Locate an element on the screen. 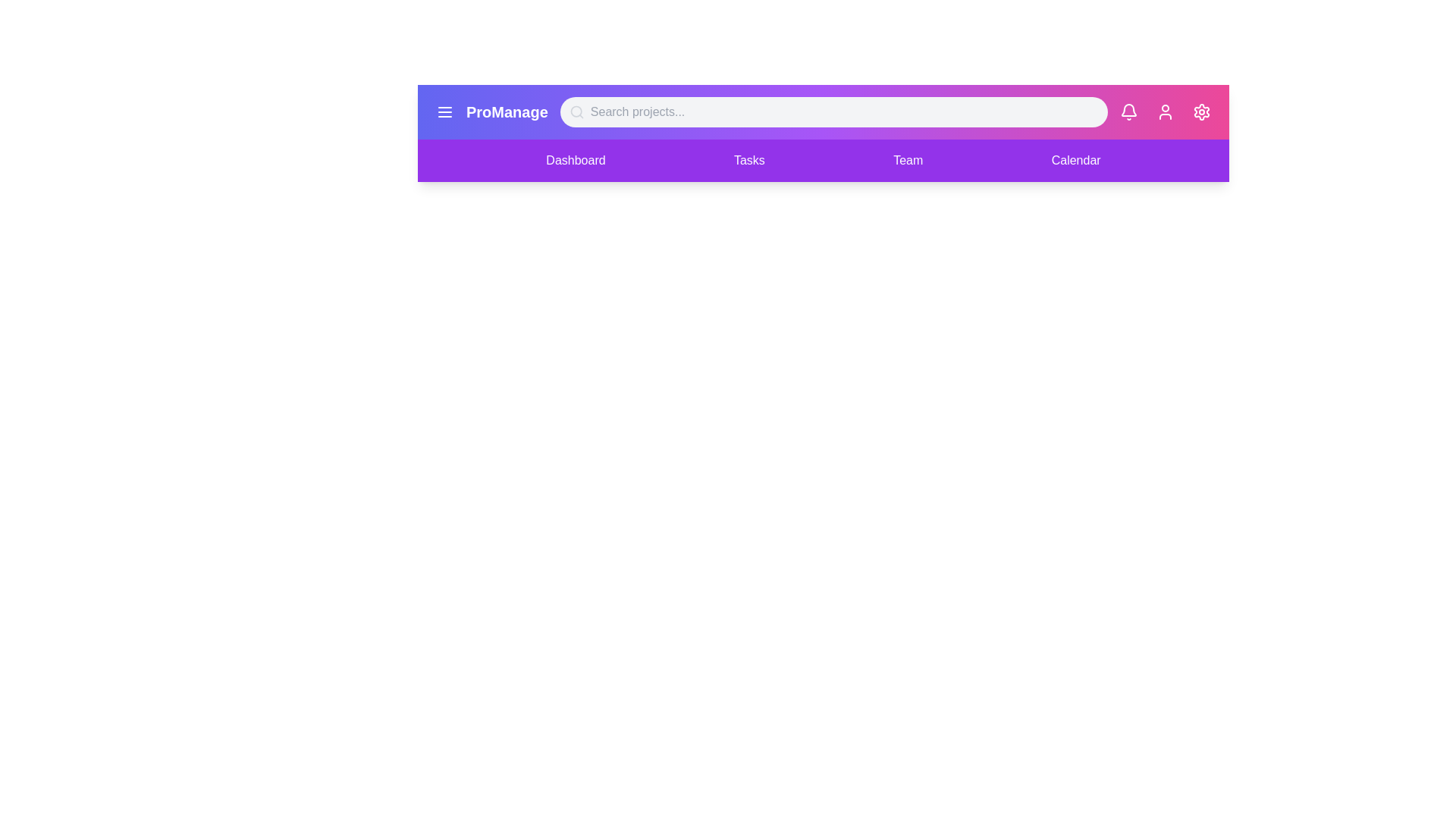  the user icon to access user profile options is located at coordinates (1164, 111).